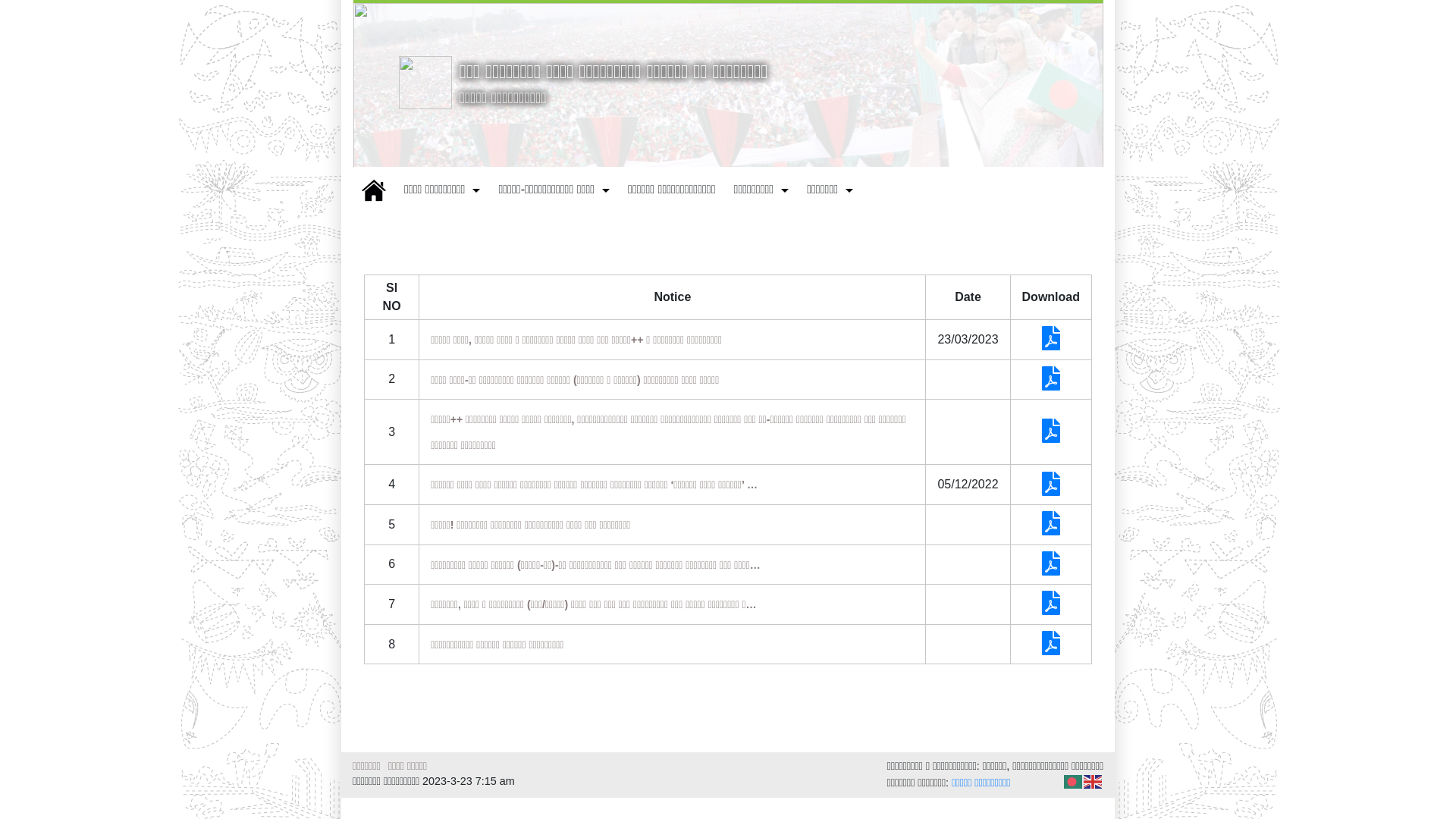  What do you see at coordinates (1062, 781) in the screenshot?
I see `'Bengali'` at bounding box center [1062, 781].